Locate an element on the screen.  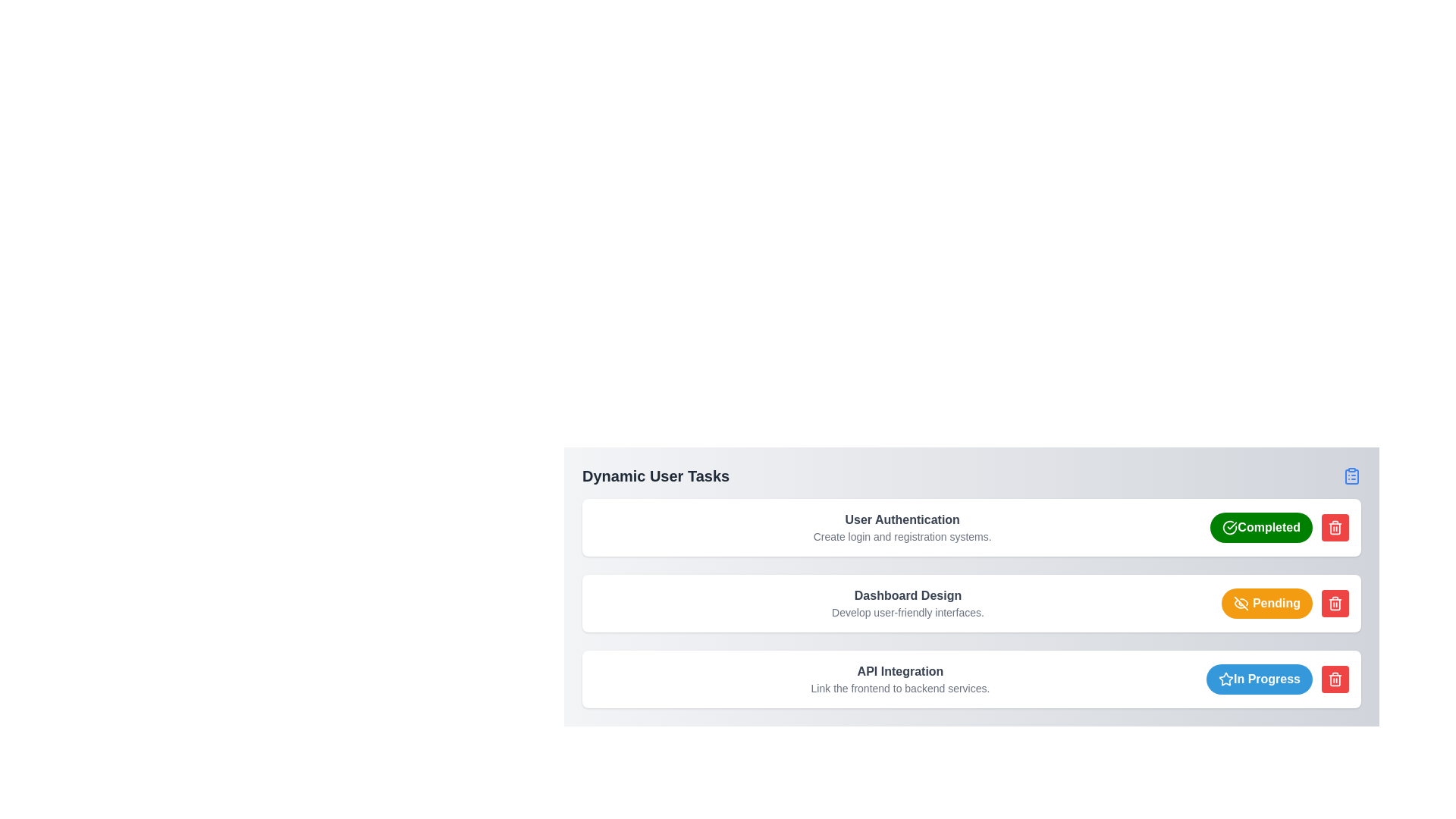
the blue star-shaped outline icon that indicates the 'In Progress' status for the 'API Integration' task at the bottom of the interface is located at coordinates (1226, 678).